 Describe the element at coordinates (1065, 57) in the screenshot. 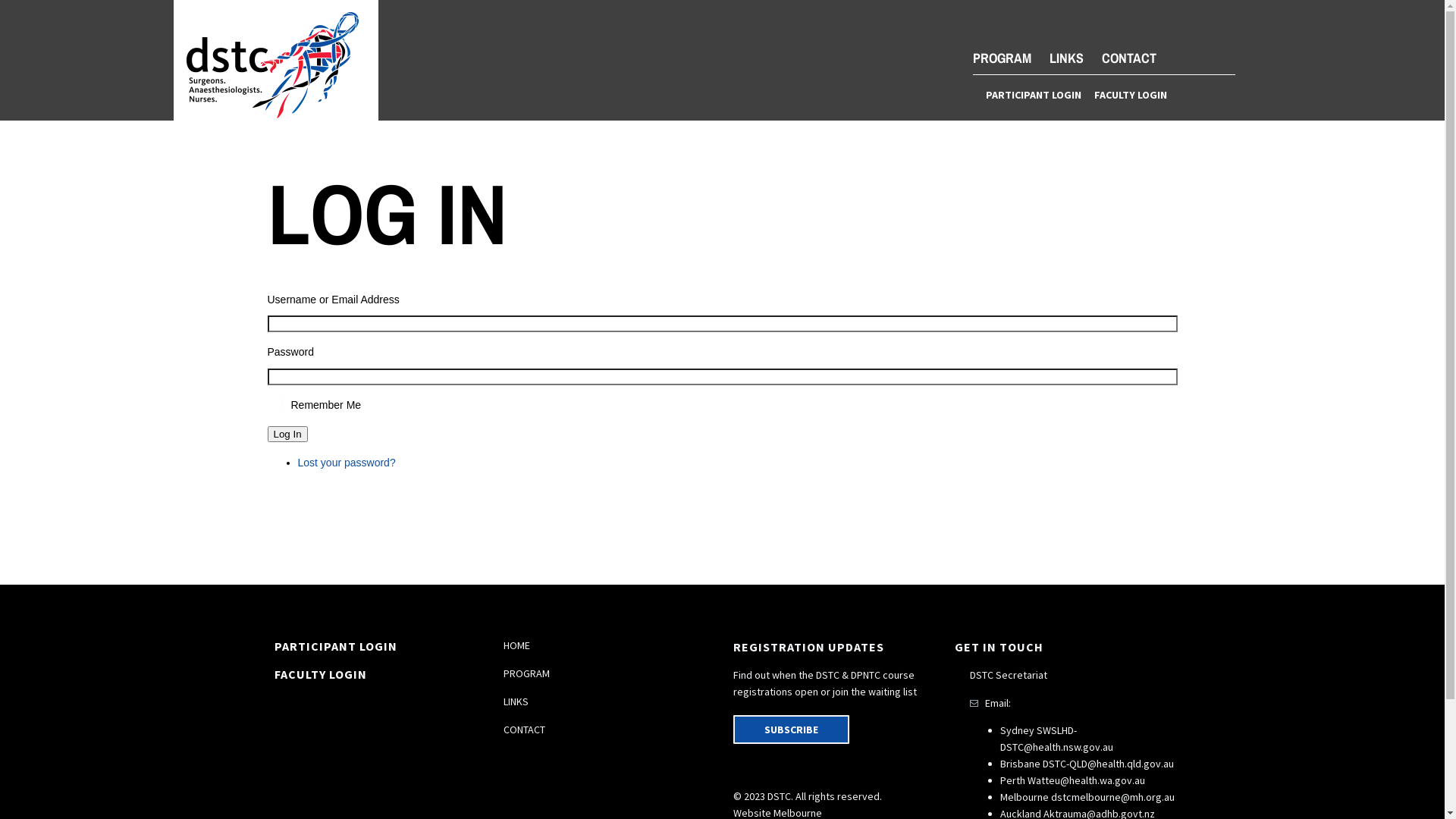

I see `'LINKS'` at that location.